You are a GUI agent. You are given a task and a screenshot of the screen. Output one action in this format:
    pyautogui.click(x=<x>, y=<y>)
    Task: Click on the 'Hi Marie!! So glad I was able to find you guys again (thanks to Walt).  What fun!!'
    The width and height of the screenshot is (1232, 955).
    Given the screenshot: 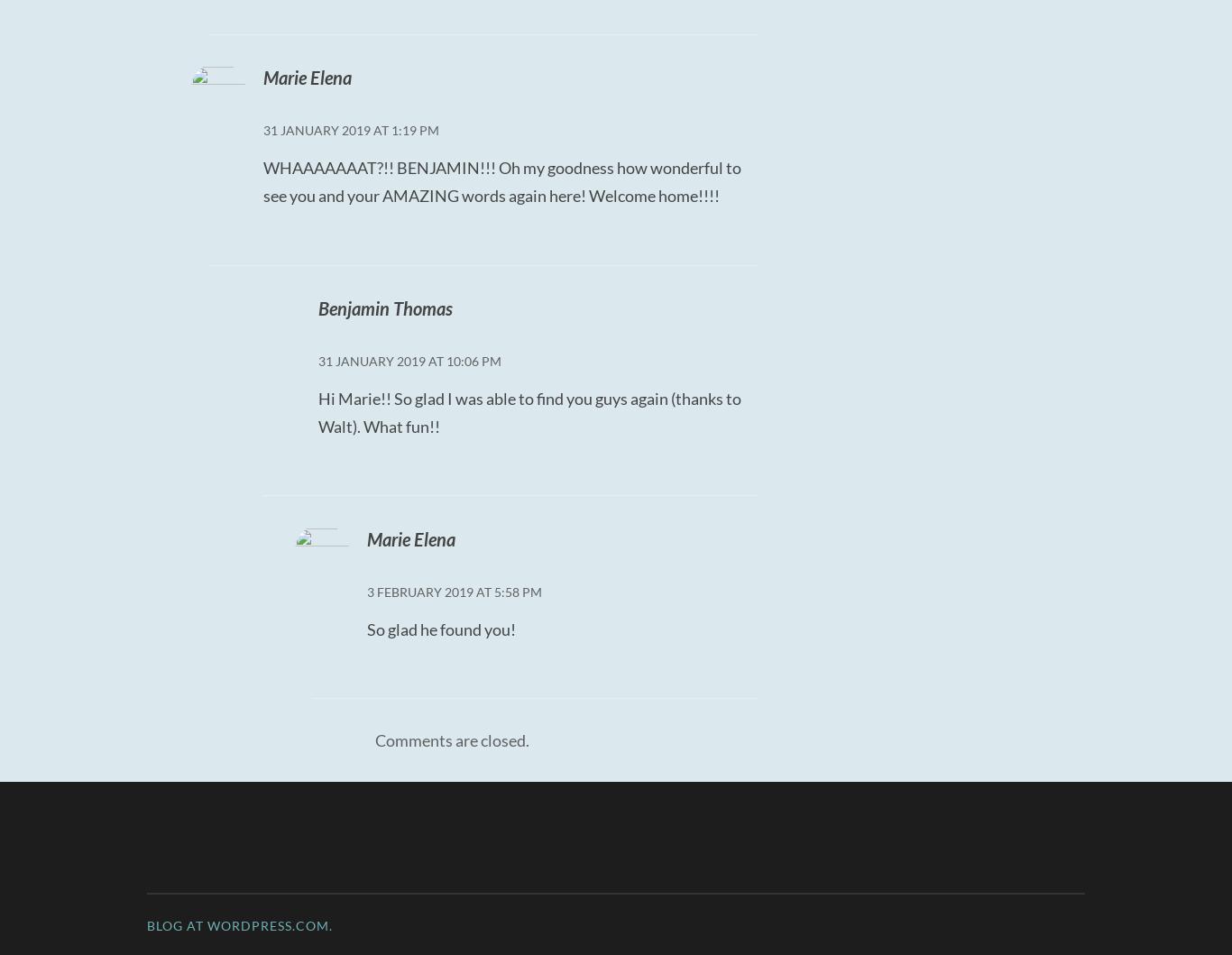 What is the action you would take?
    pyautogui.click(x=528, y=411)
    